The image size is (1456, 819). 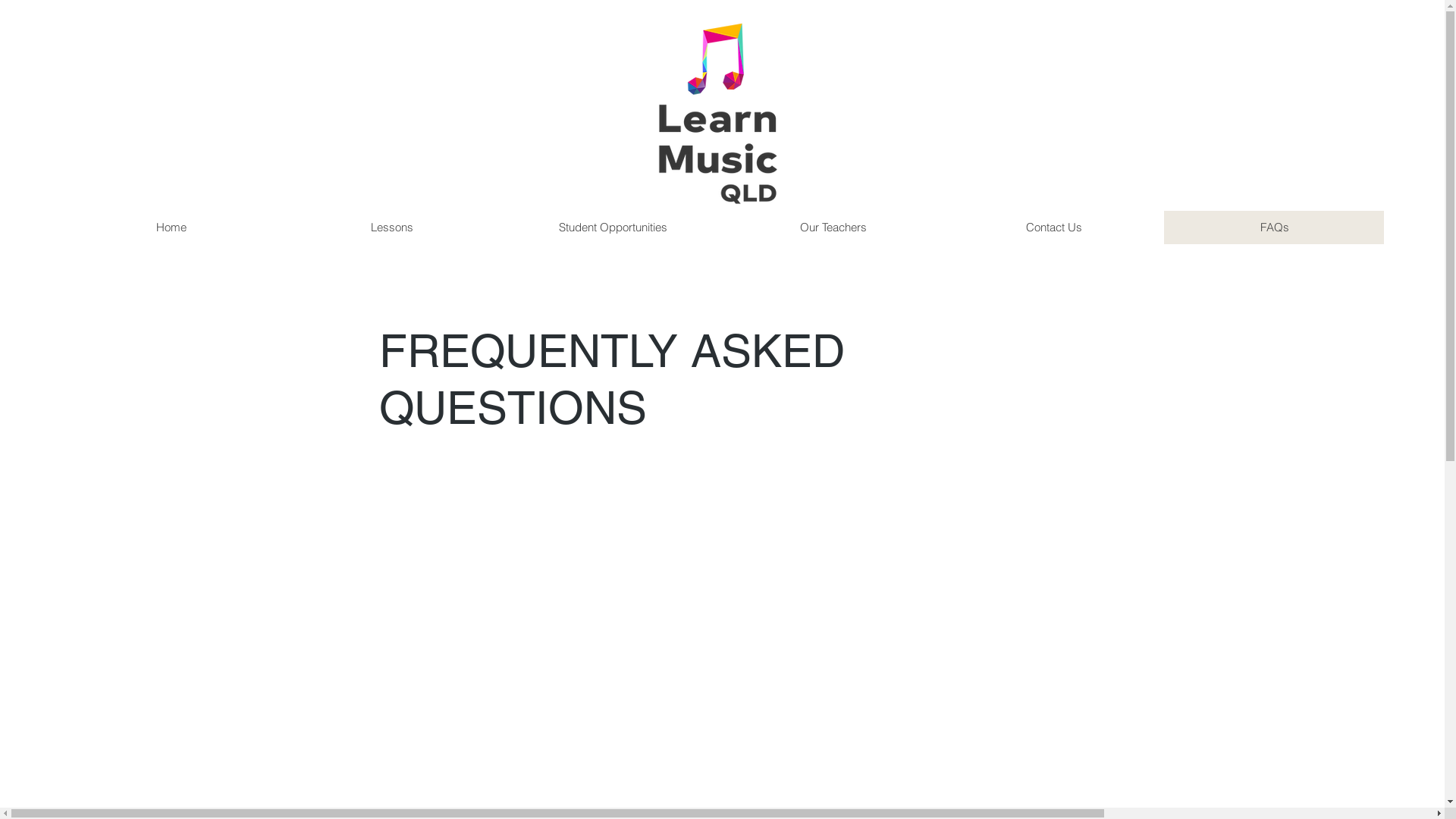 What do you see at coordinates (1274, 227) in the screenshot?
I see `'FAQs'` at bounding box center [1274, 227].